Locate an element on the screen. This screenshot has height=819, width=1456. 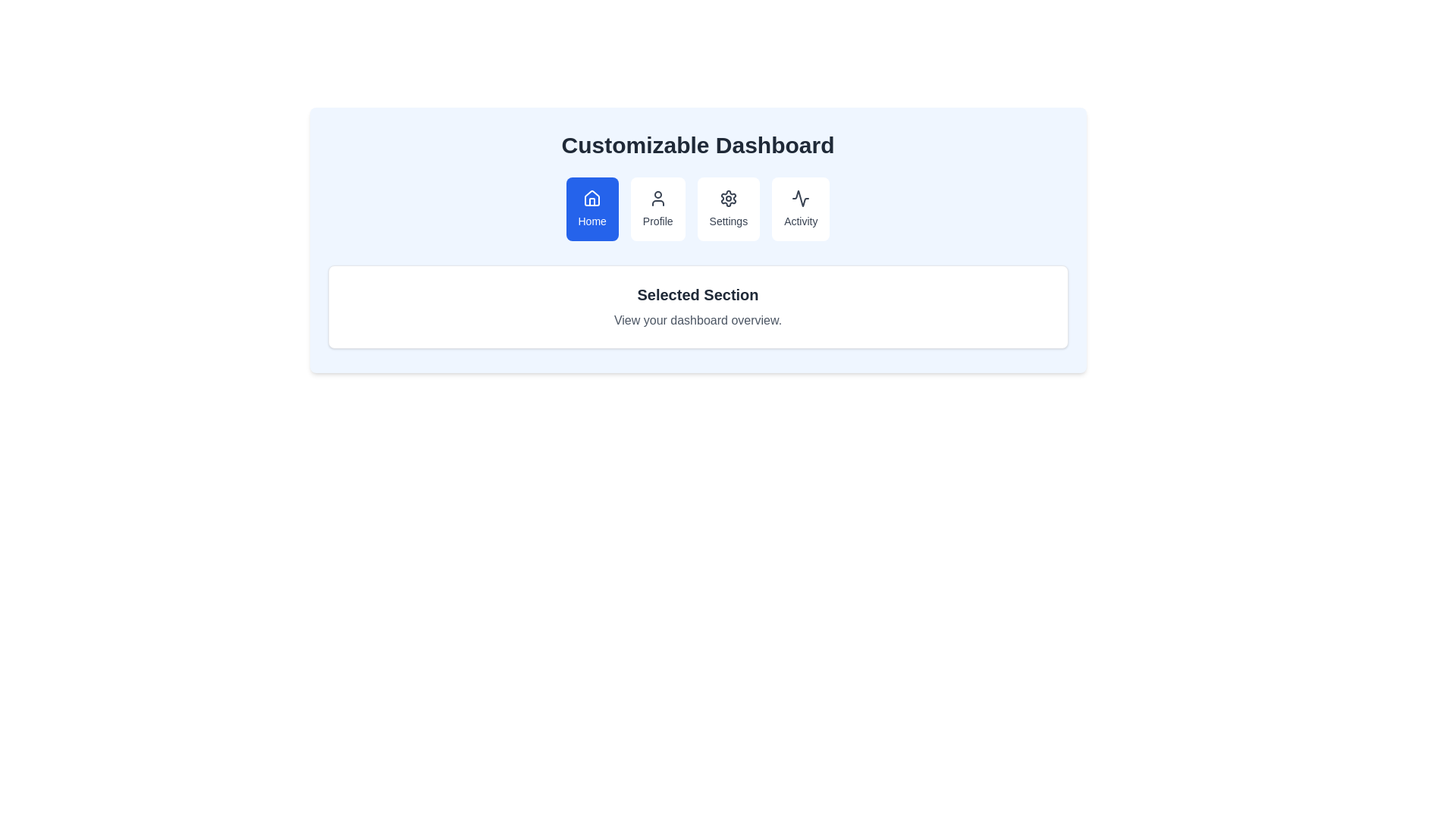
the user profile icon located in the header's second button from the left, labeled 'Profile' is located at coordinates (657, 198).